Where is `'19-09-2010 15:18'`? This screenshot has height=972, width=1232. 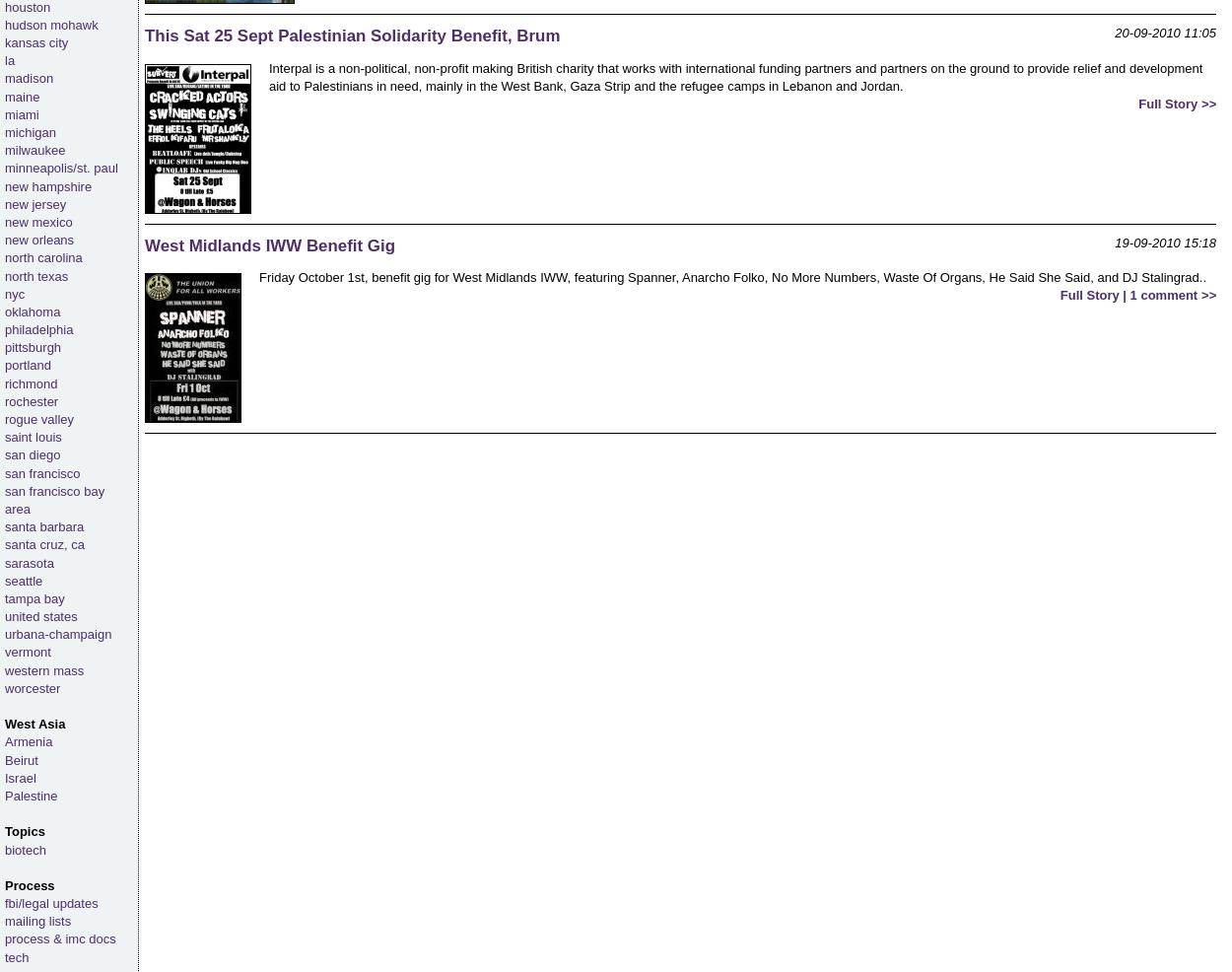 '19-09-2010 15:18' is located at coordinates (1165, 241).